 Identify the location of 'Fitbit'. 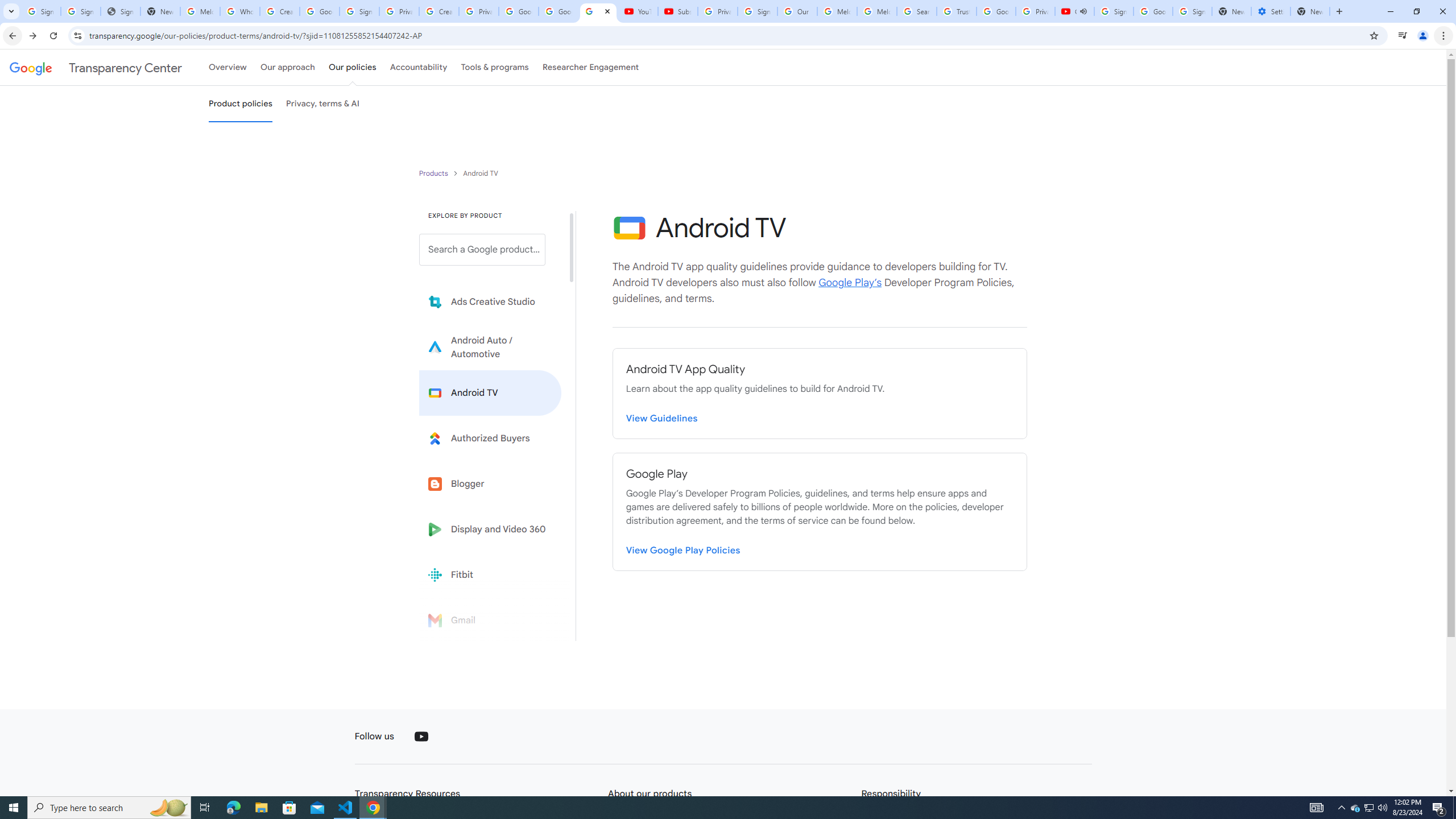
(490, 574).